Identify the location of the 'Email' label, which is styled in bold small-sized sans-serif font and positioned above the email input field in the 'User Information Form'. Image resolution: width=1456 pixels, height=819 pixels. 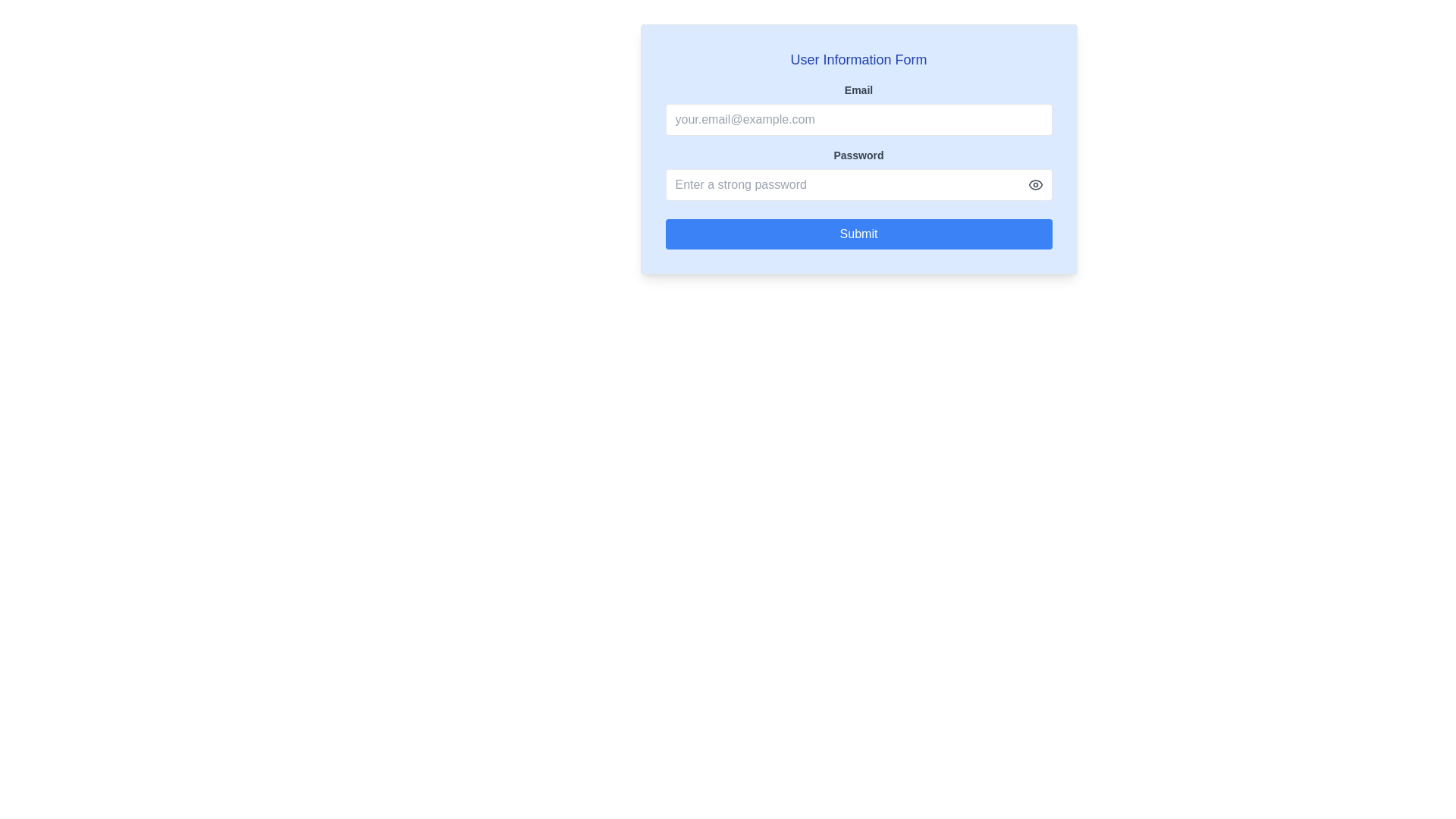
(858, 90).